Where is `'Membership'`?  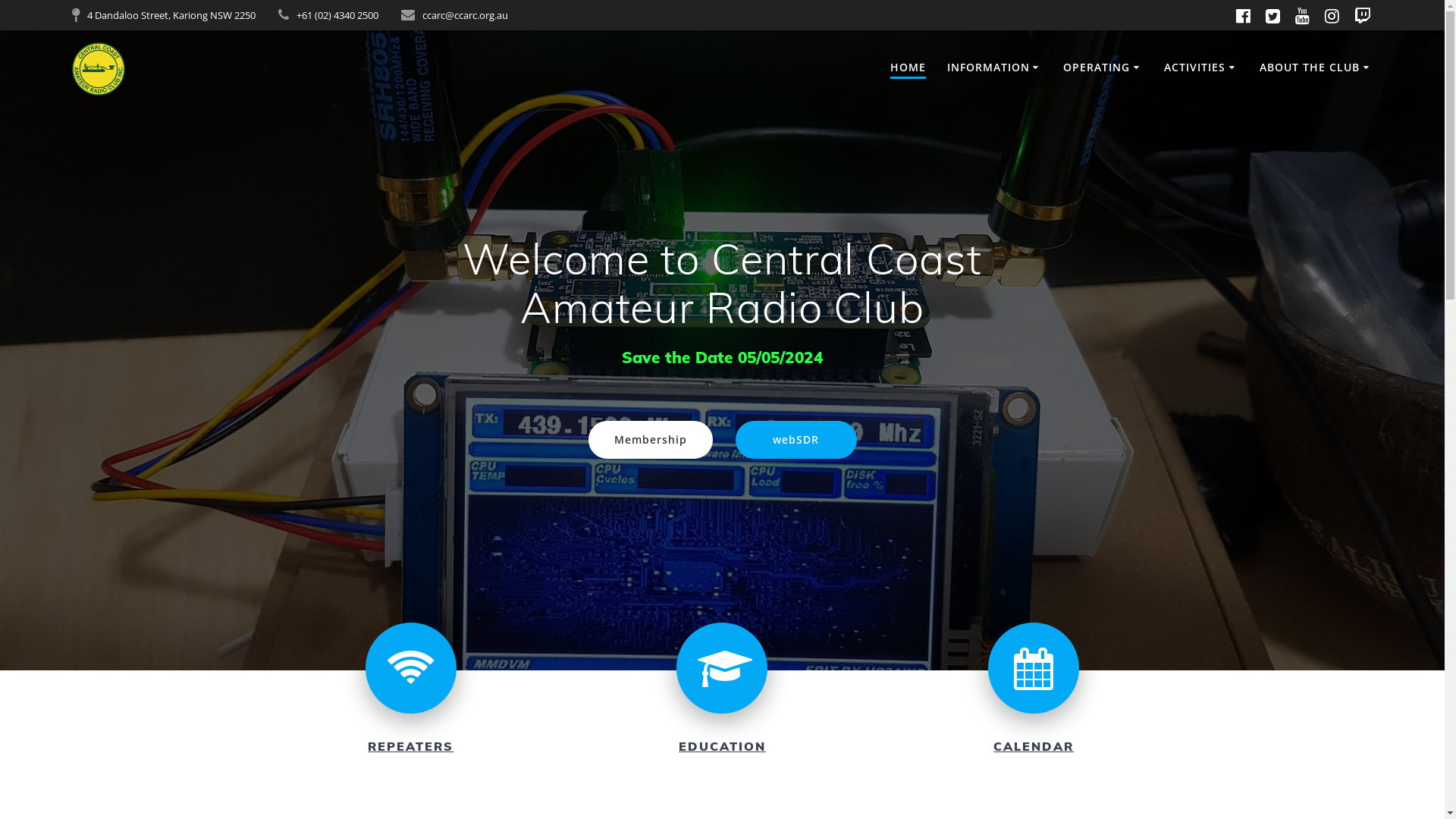 'Membership' is located at coordinates (651, 439).